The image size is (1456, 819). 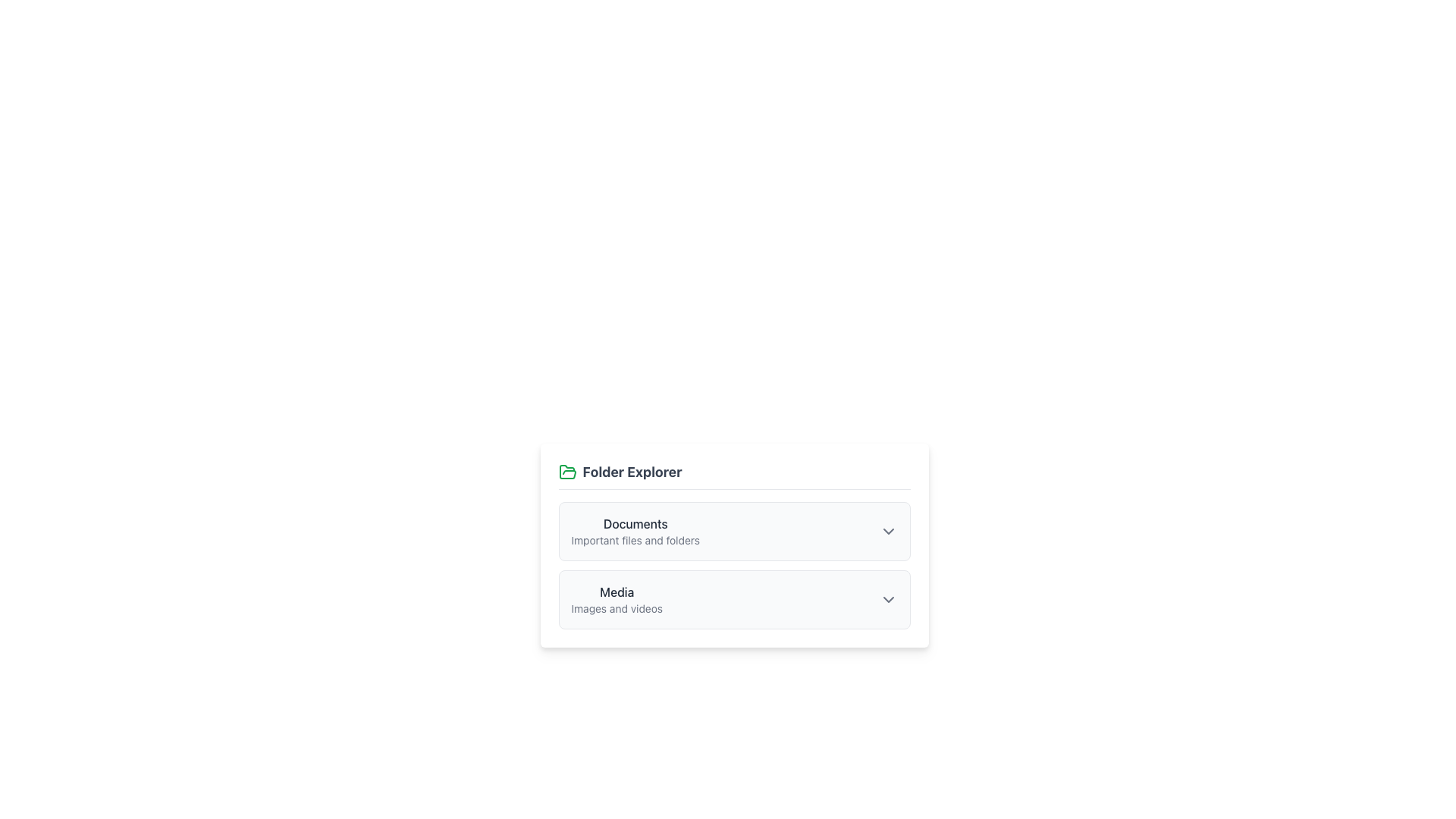 I want to click on the composite label component containing 'Media' and 'Images and videos', so click(x=617, y=598).